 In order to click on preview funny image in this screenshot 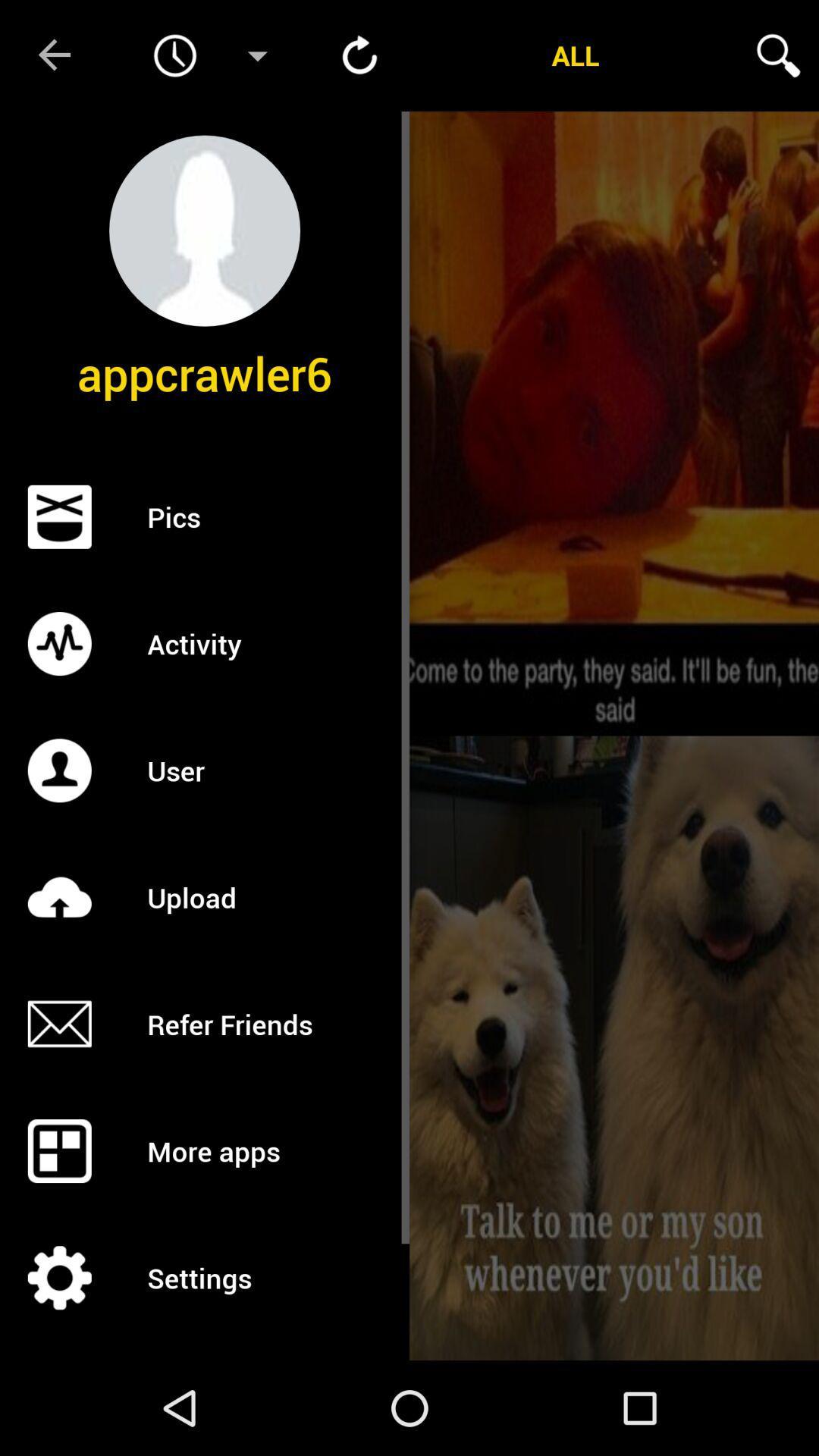, I will do `click(614, 423)`.